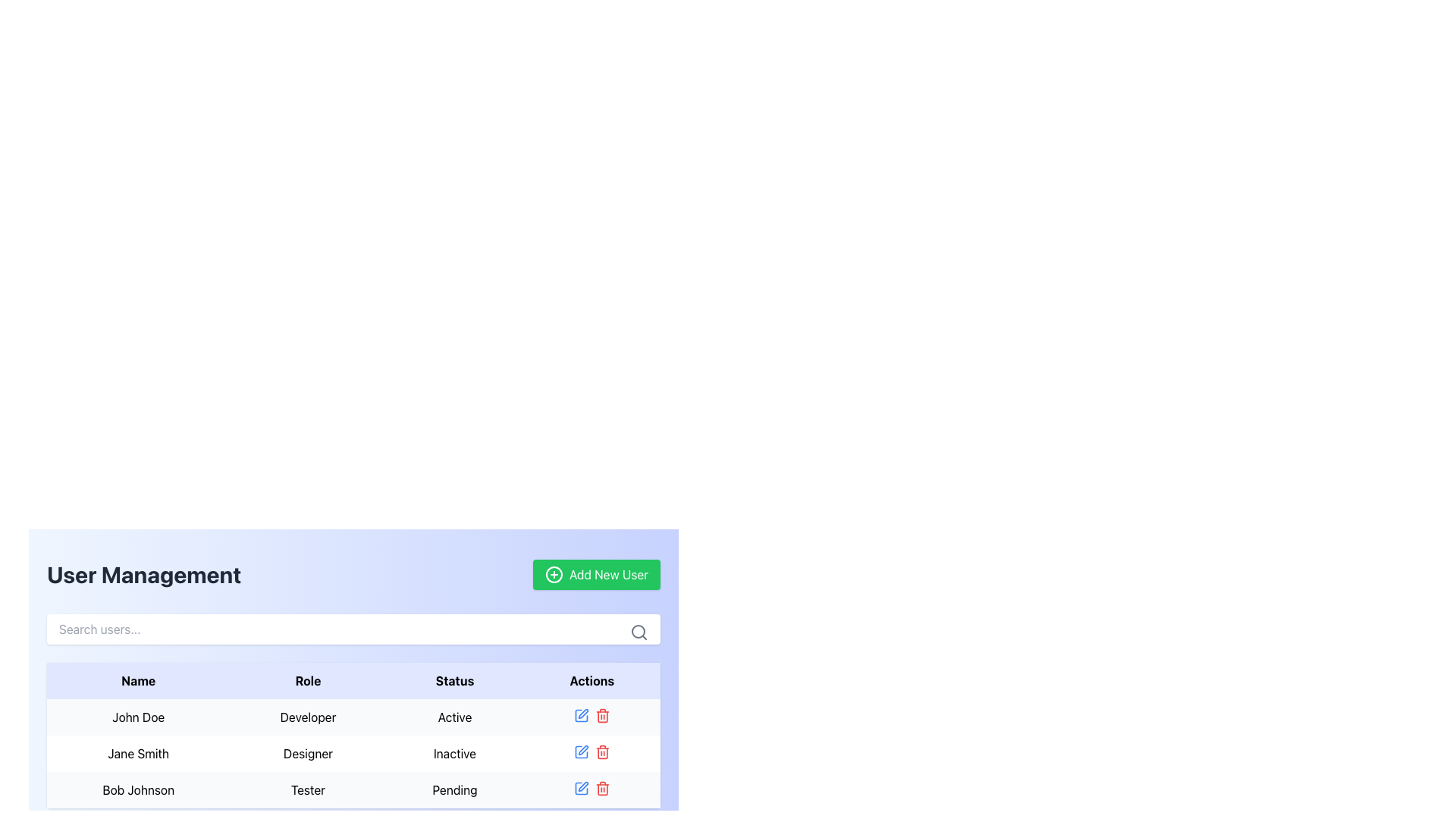 This screenshot has width=1456, height=819. I want to click on the 'Actions' text label in the table header, which is the fourth column header used for editing or deleting table entries, so click(591, 680).